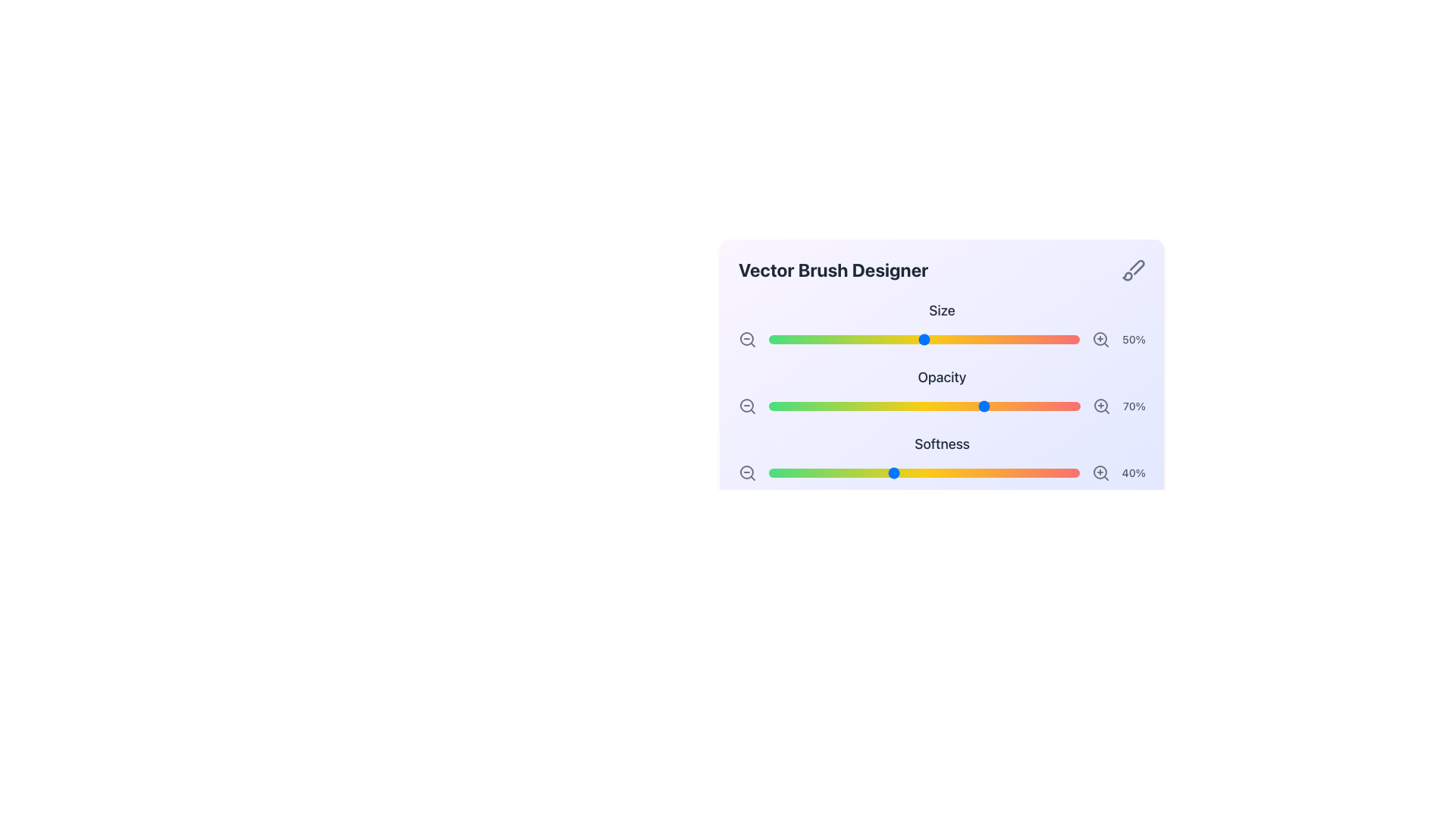 This screenshot has width=1456, height=819. I want to click on the size, so click(805, 338).